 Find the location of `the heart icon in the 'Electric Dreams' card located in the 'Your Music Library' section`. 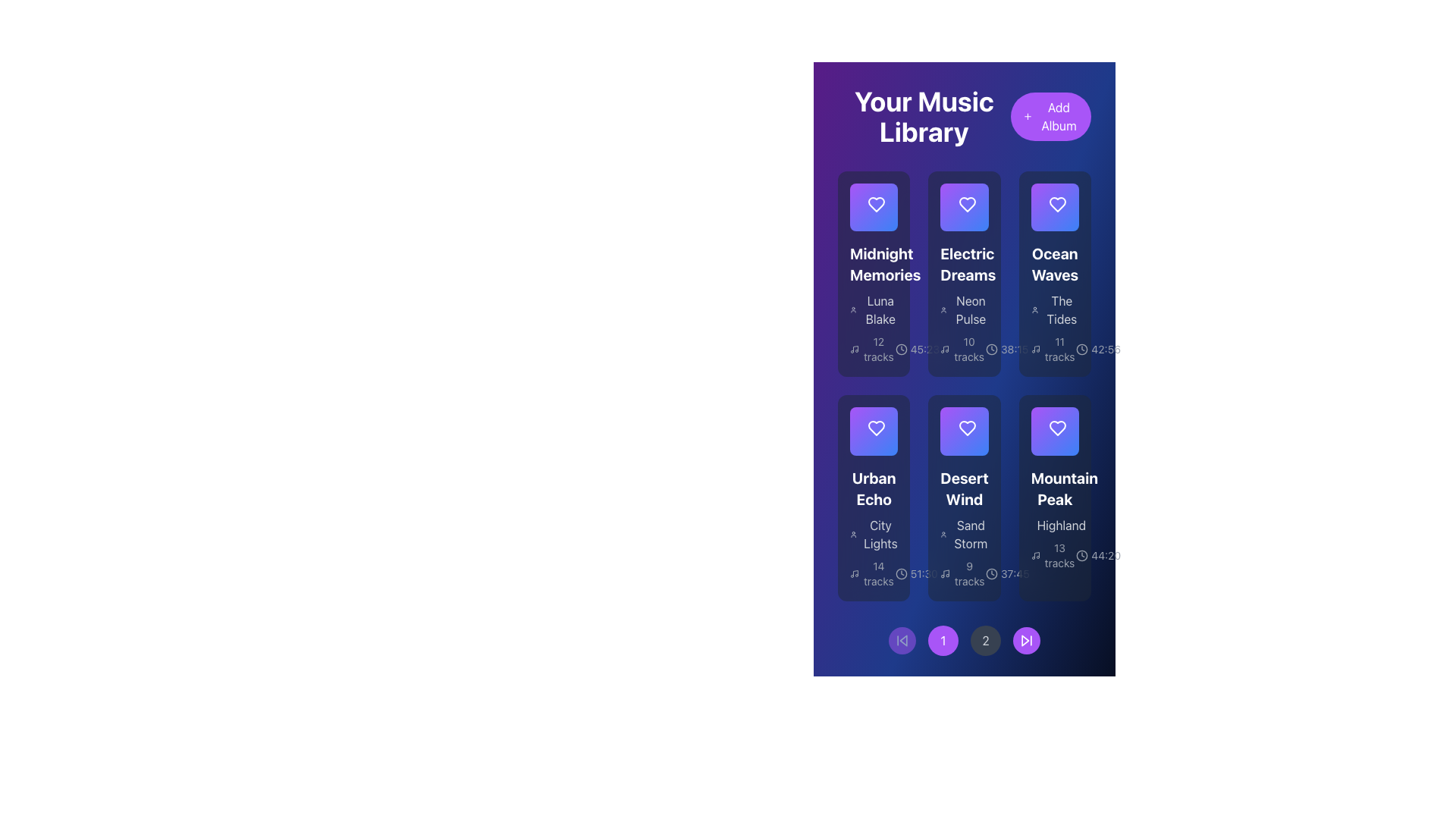

the heart icon in the 'Electric Dreams' card located in the 'Your Music Library' section is located at coordinates (964, 207).